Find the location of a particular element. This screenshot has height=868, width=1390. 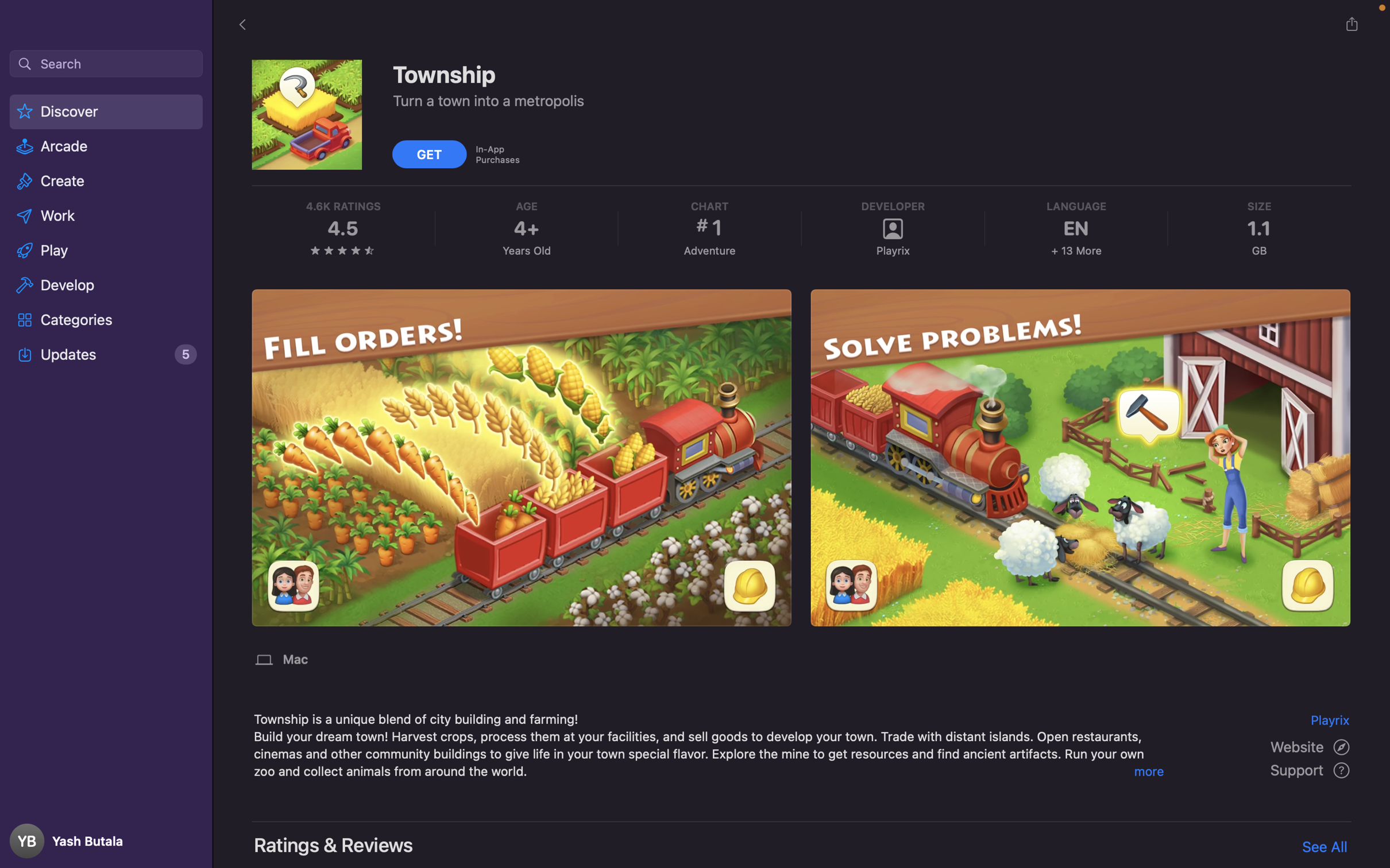

Clicking "get" and then selecting "In-App Purchases" will reveal the in-app purchases you can make is located at coordinates (430, 153).